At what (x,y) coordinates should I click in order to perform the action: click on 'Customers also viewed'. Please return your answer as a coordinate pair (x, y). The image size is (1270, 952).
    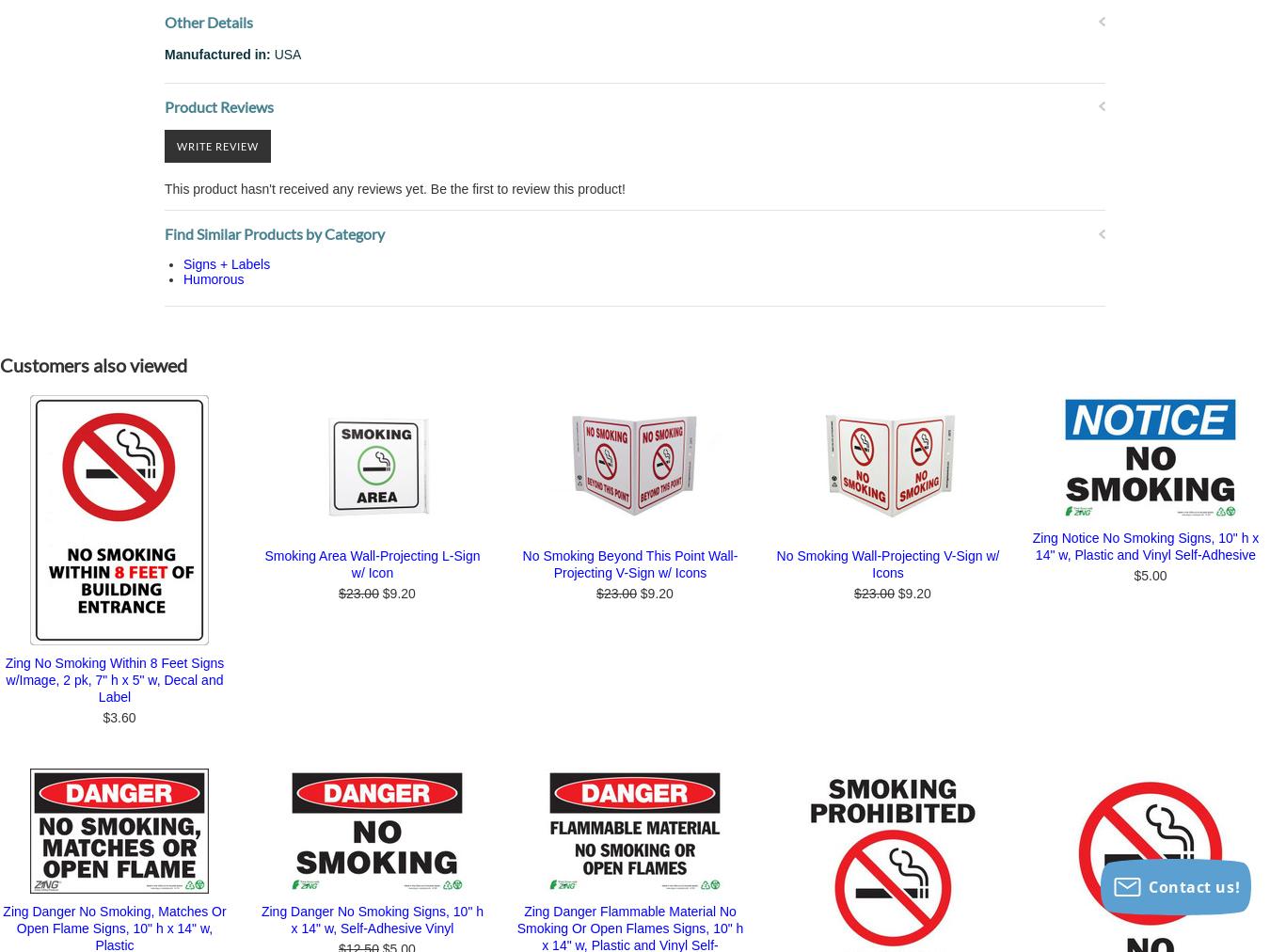
    Looking at the image, I should click on (92, 365).